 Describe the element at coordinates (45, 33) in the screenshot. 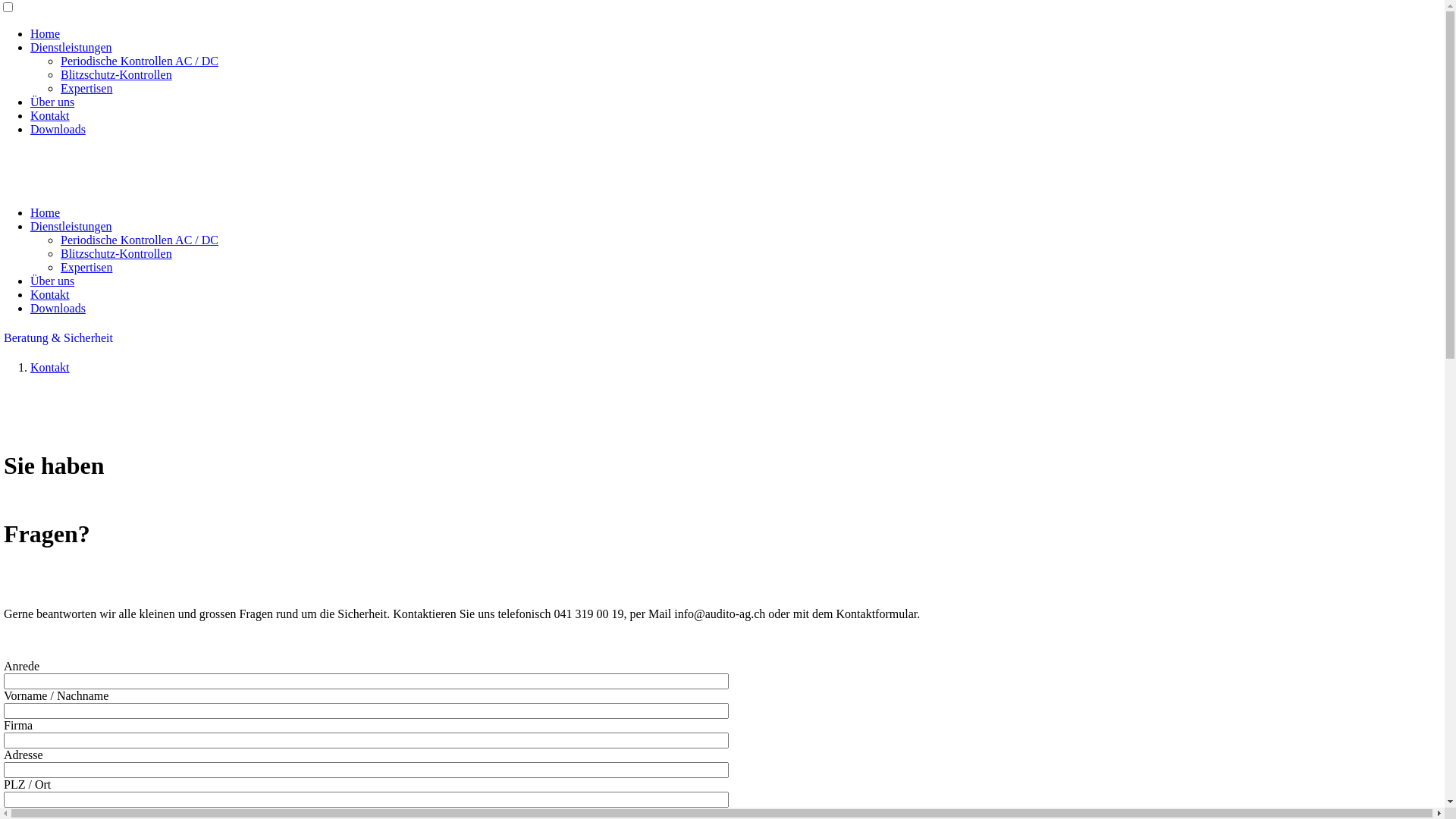

I see `'Home'` at that location.